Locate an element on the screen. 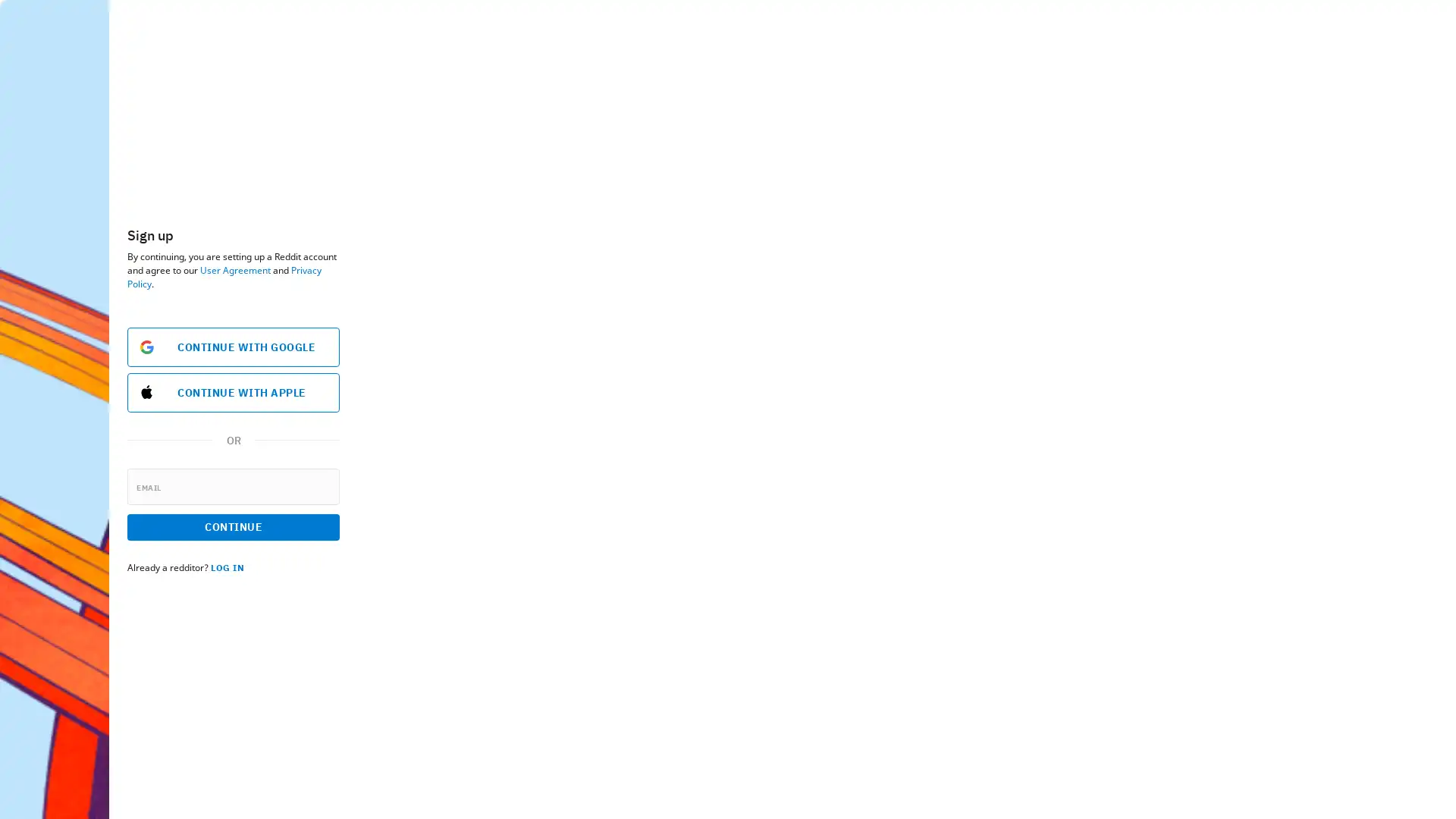 Image resolution: width=1456 pixels, height=819 pixels. Sign in with Apple is located at coordinates (270, 391).